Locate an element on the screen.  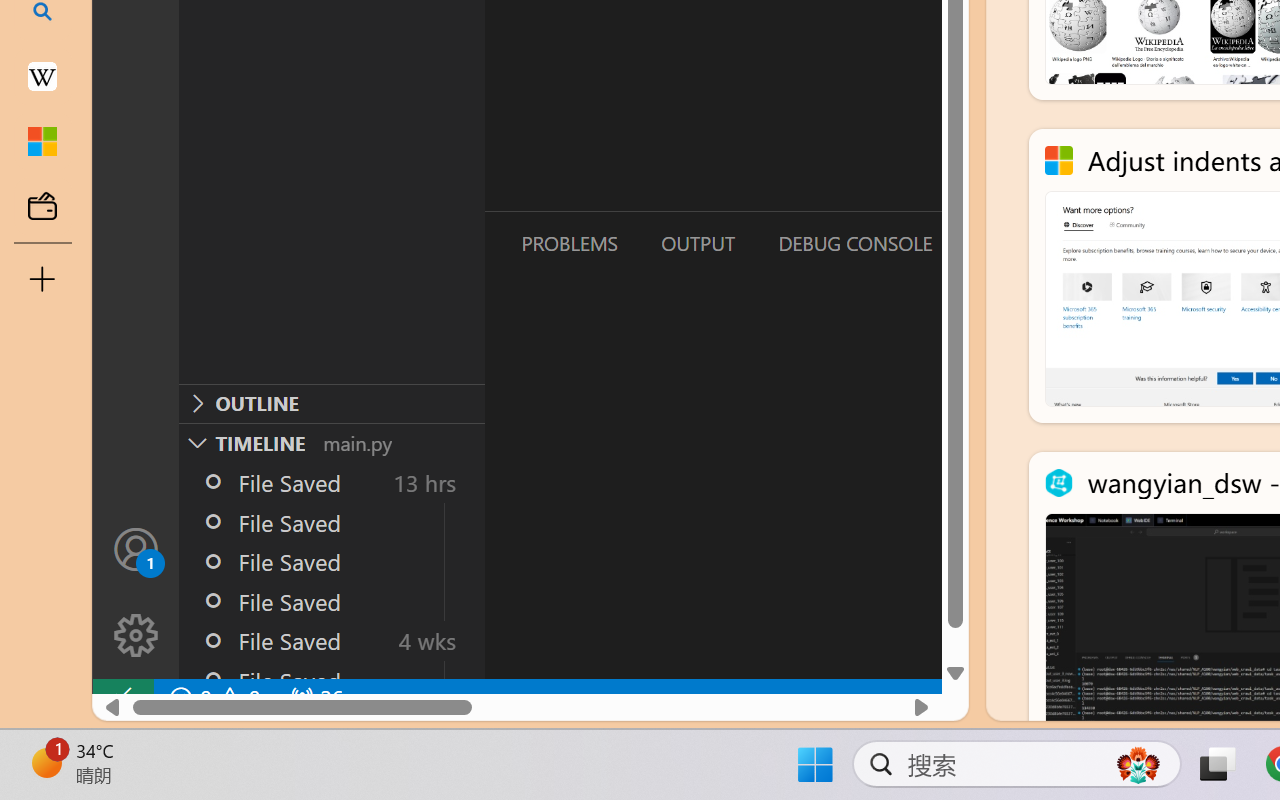
'Output (Ctrl+Shift+U)' is located at coordinates (696, 242).